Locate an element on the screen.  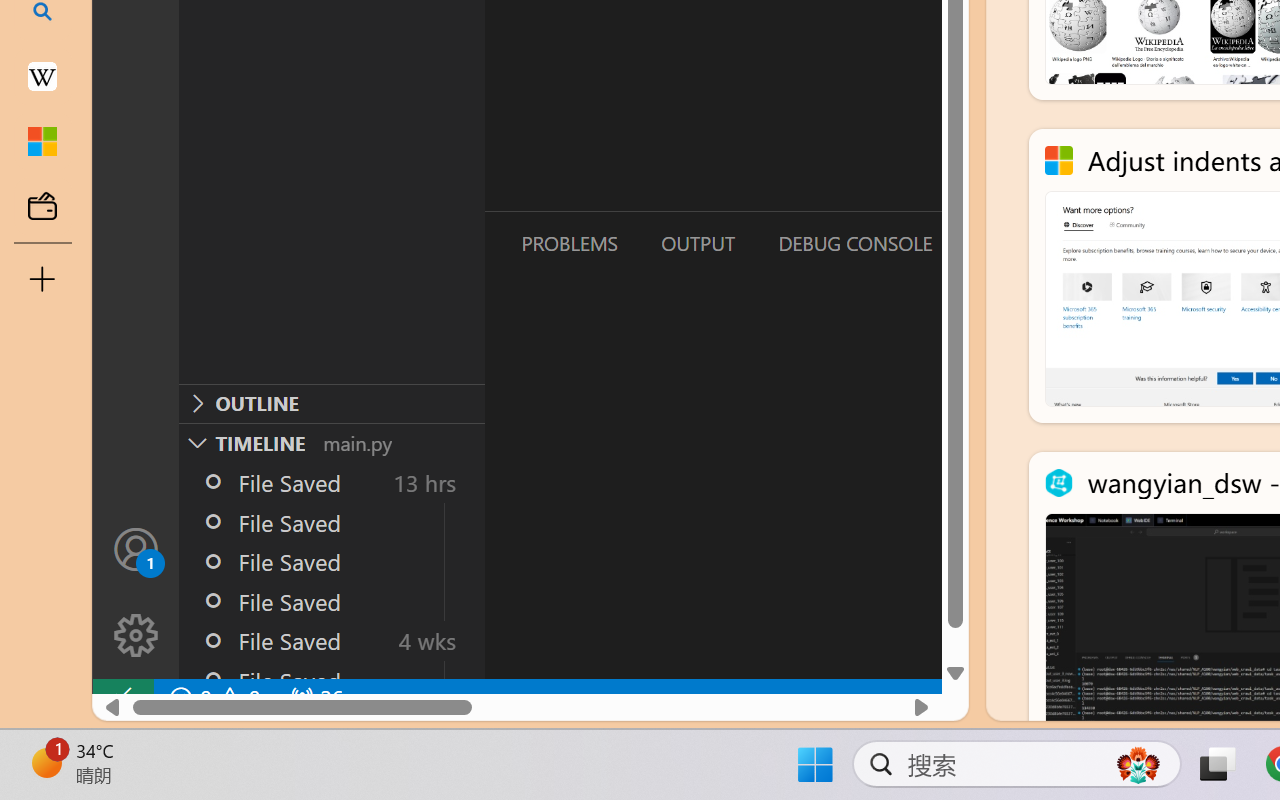
'Output (Ctrl+Shift+U)' is located at coordinates (696, 242).